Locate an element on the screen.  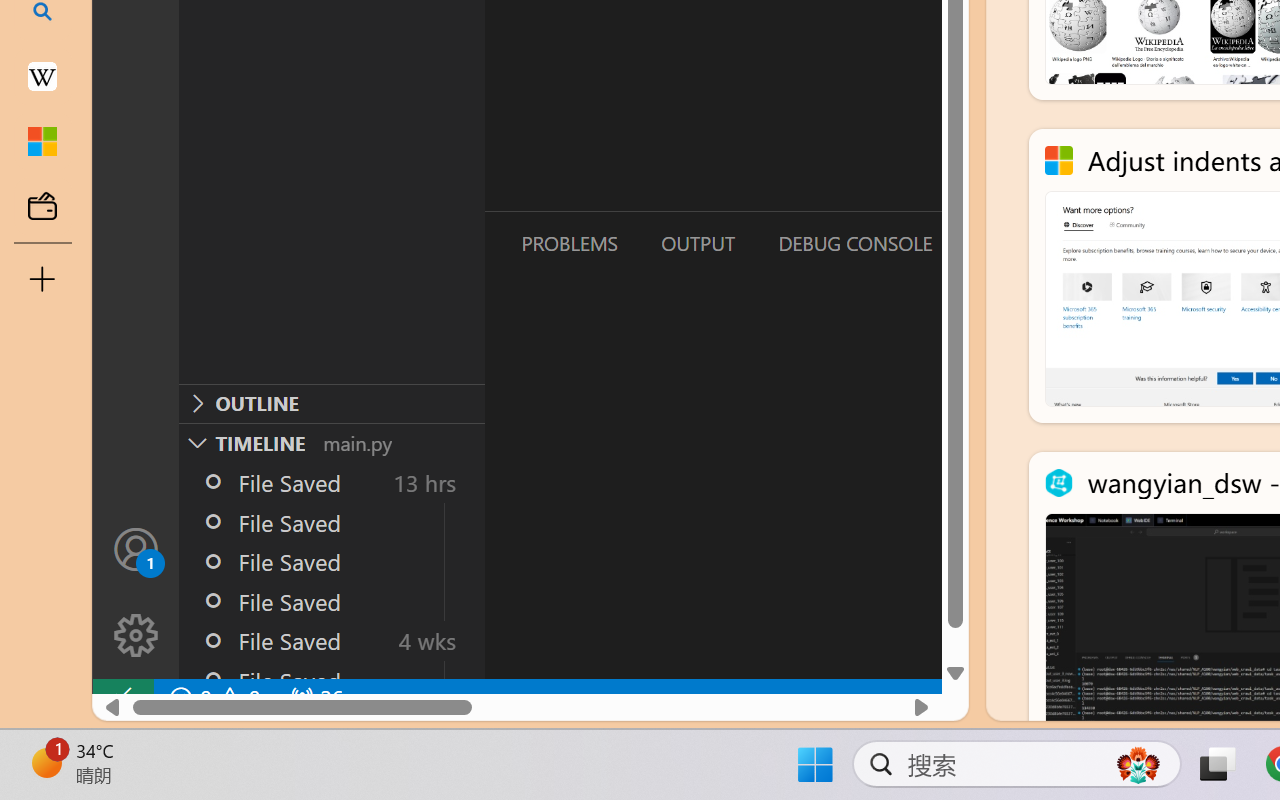
'Output (Ctrl+Shift+U)' is located at coordinates (696, 242).